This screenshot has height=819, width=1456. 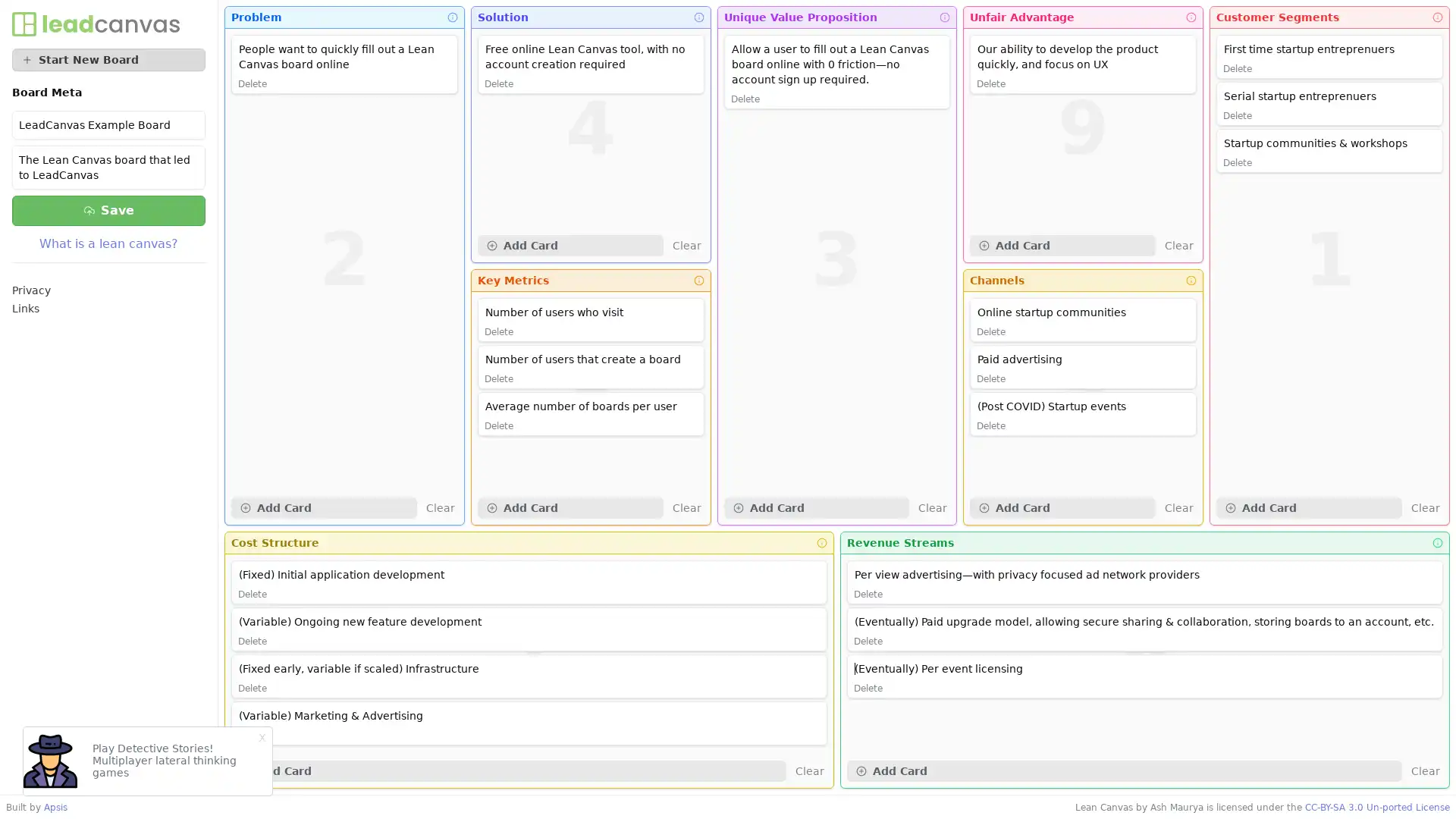 What do you see at coordinates (990, 84) in the screenshot?
I see `Delete` at bounding box center [990, 84].